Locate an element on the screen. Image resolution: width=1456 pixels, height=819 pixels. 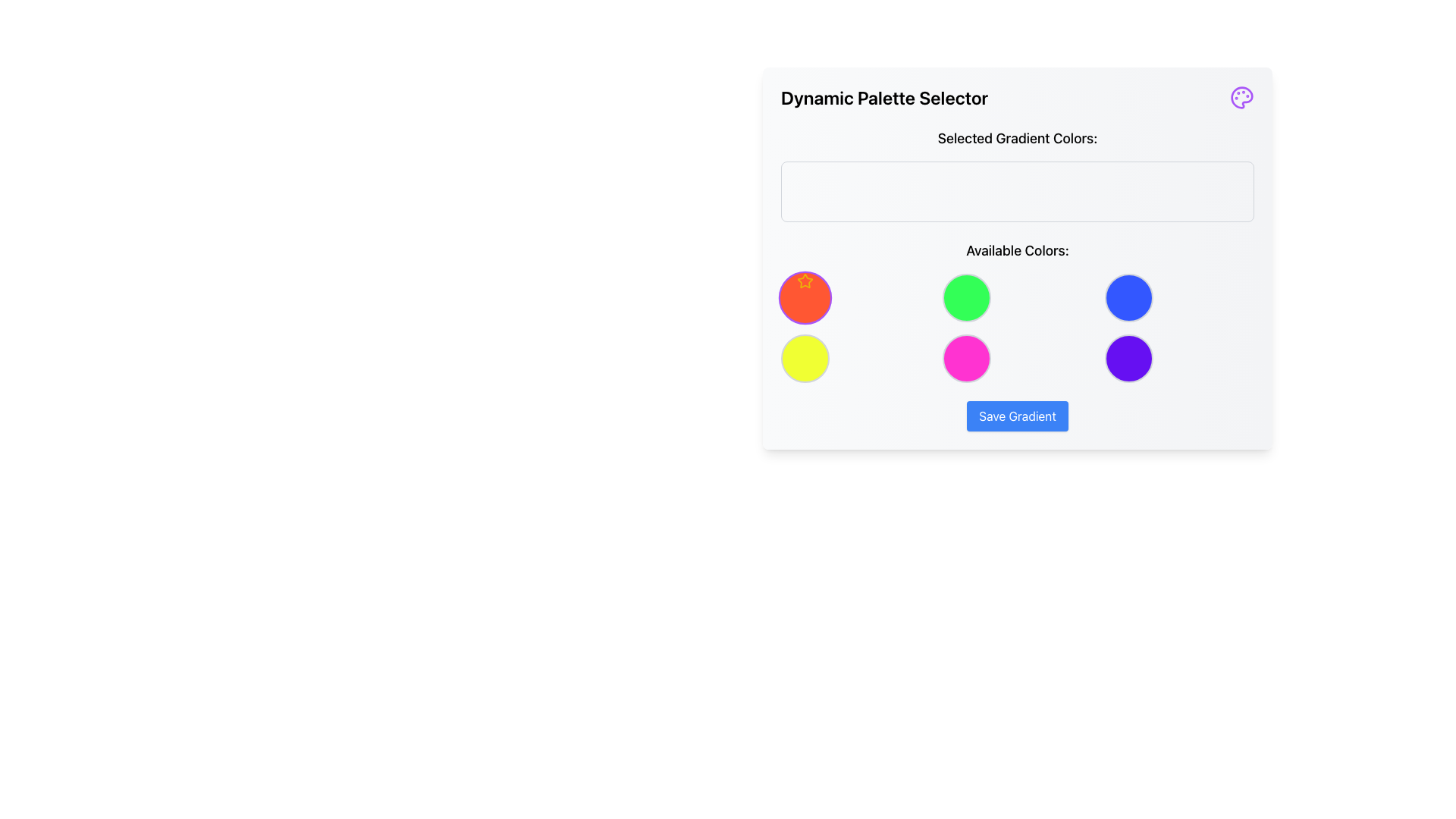
the main body of the palette icon located in the top-right corner of the interface within the 'Dynamic Palette Selector' section is located at coordinates (1241, 97).